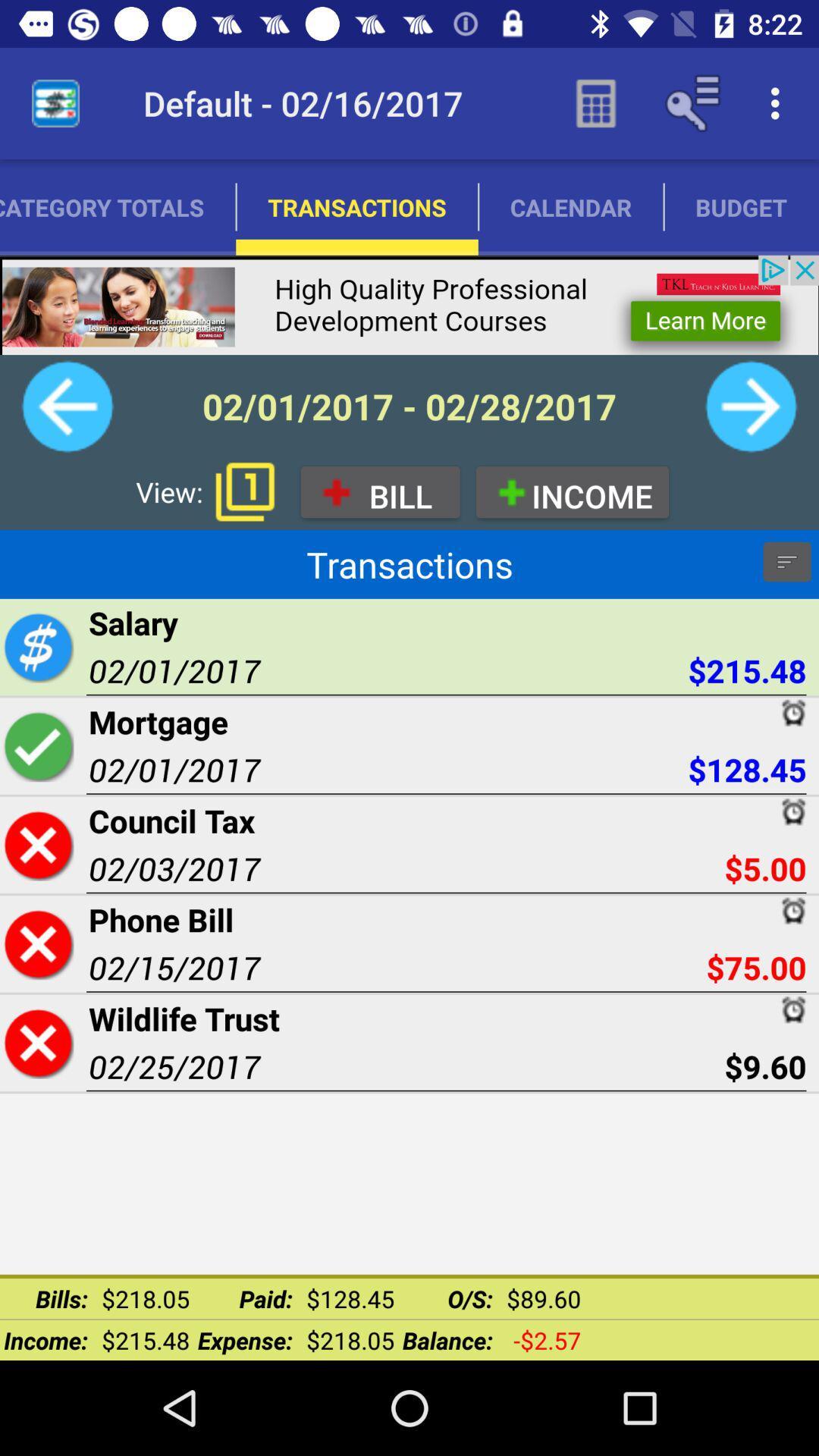 This screenshot has height=1456, width=819. Describe the element at coordinates (751, 406) in the screenshot. I see `the next month` at that location.